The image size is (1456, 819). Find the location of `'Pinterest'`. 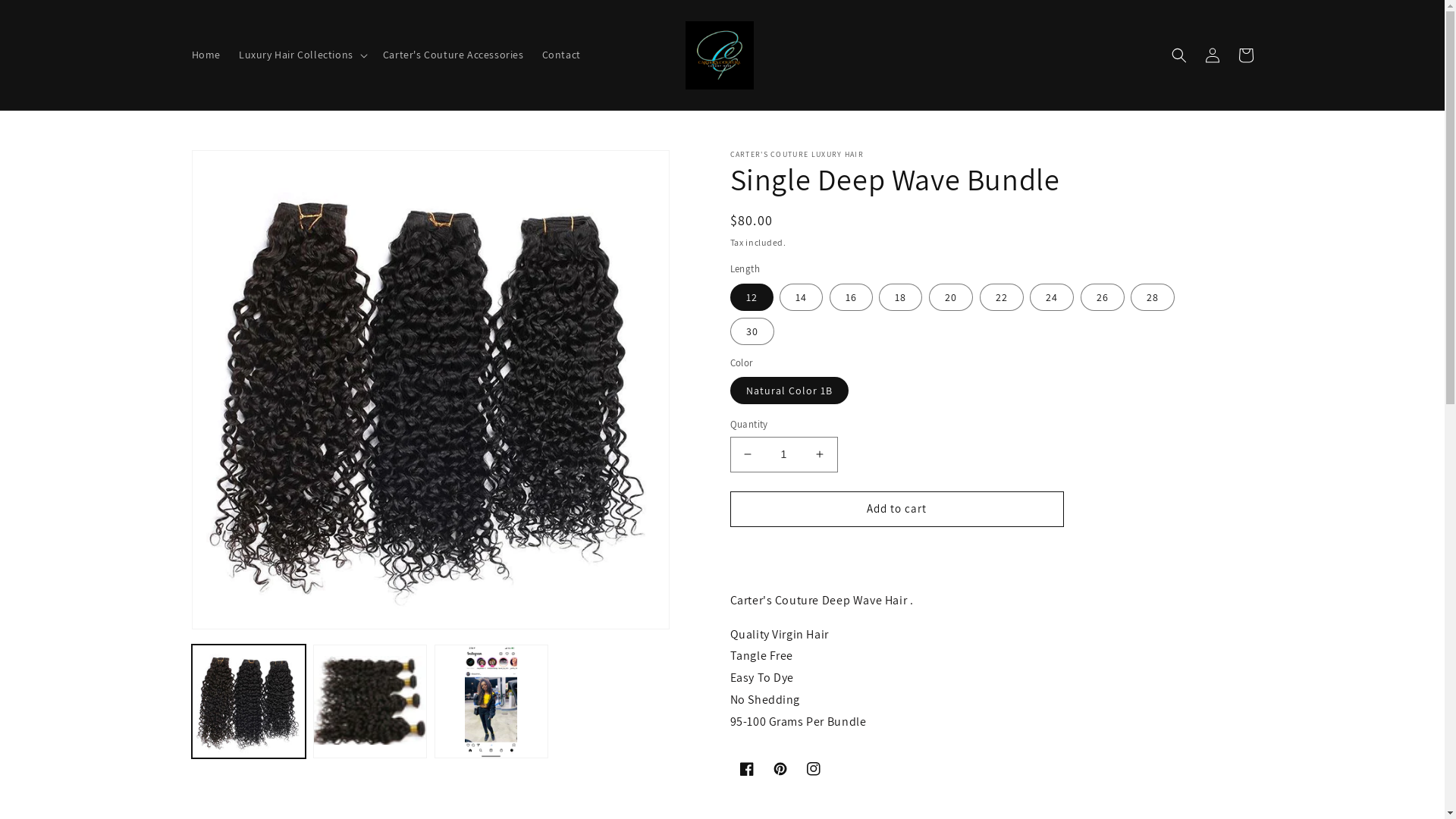

'Pinterest' is located at coordinates (763, 769).